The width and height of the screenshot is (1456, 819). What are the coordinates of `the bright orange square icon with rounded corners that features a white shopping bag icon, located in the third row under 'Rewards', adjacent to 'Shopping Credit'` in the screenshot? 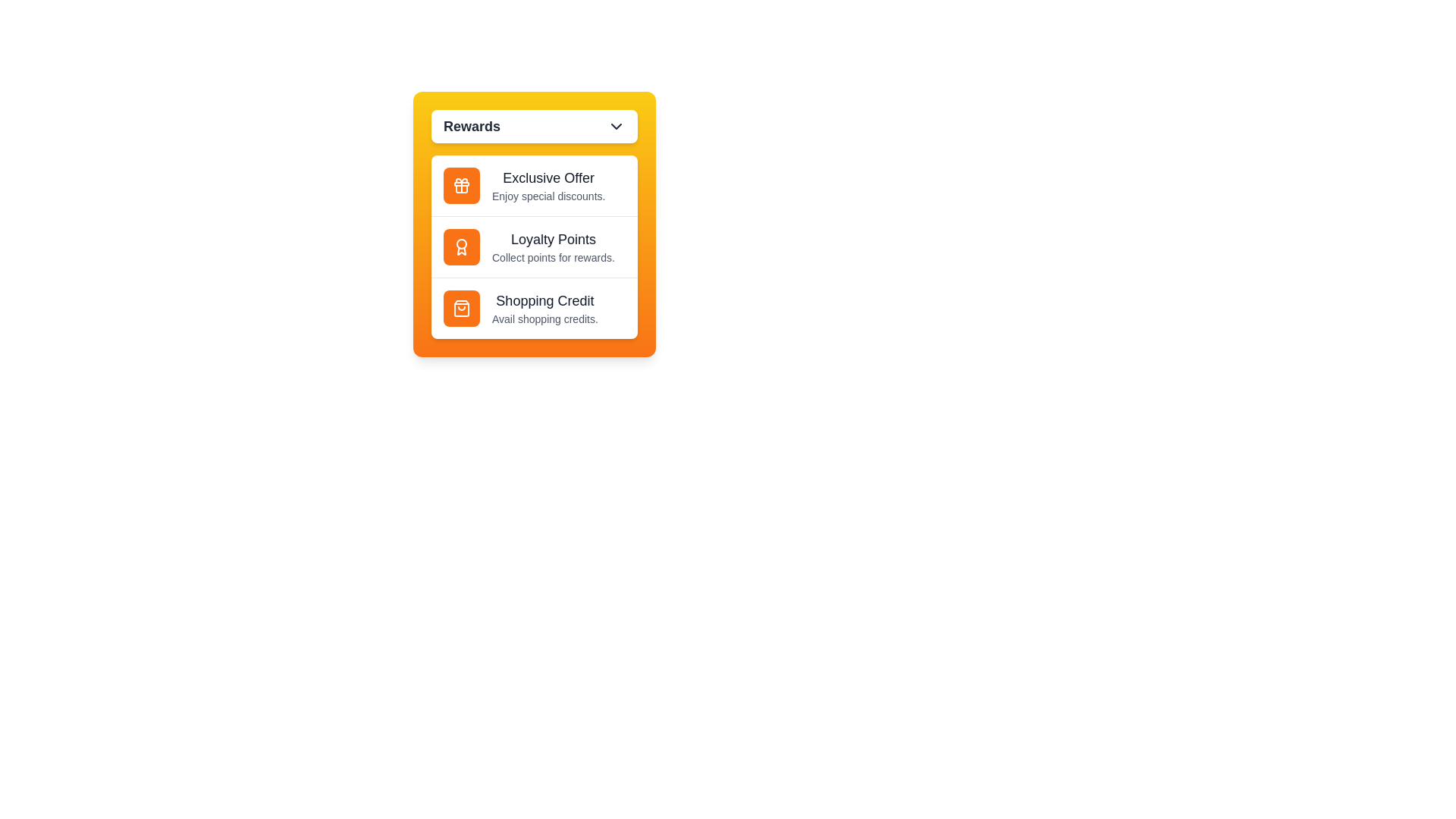 It's located at (461, 308).